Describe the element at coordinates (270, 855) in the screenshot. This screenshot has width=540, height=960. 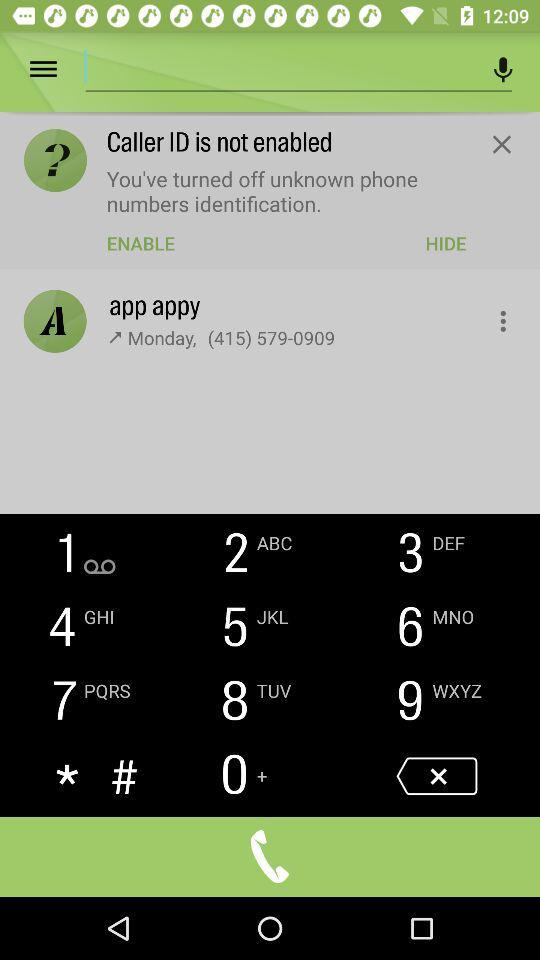
I see `begin call` at that location.